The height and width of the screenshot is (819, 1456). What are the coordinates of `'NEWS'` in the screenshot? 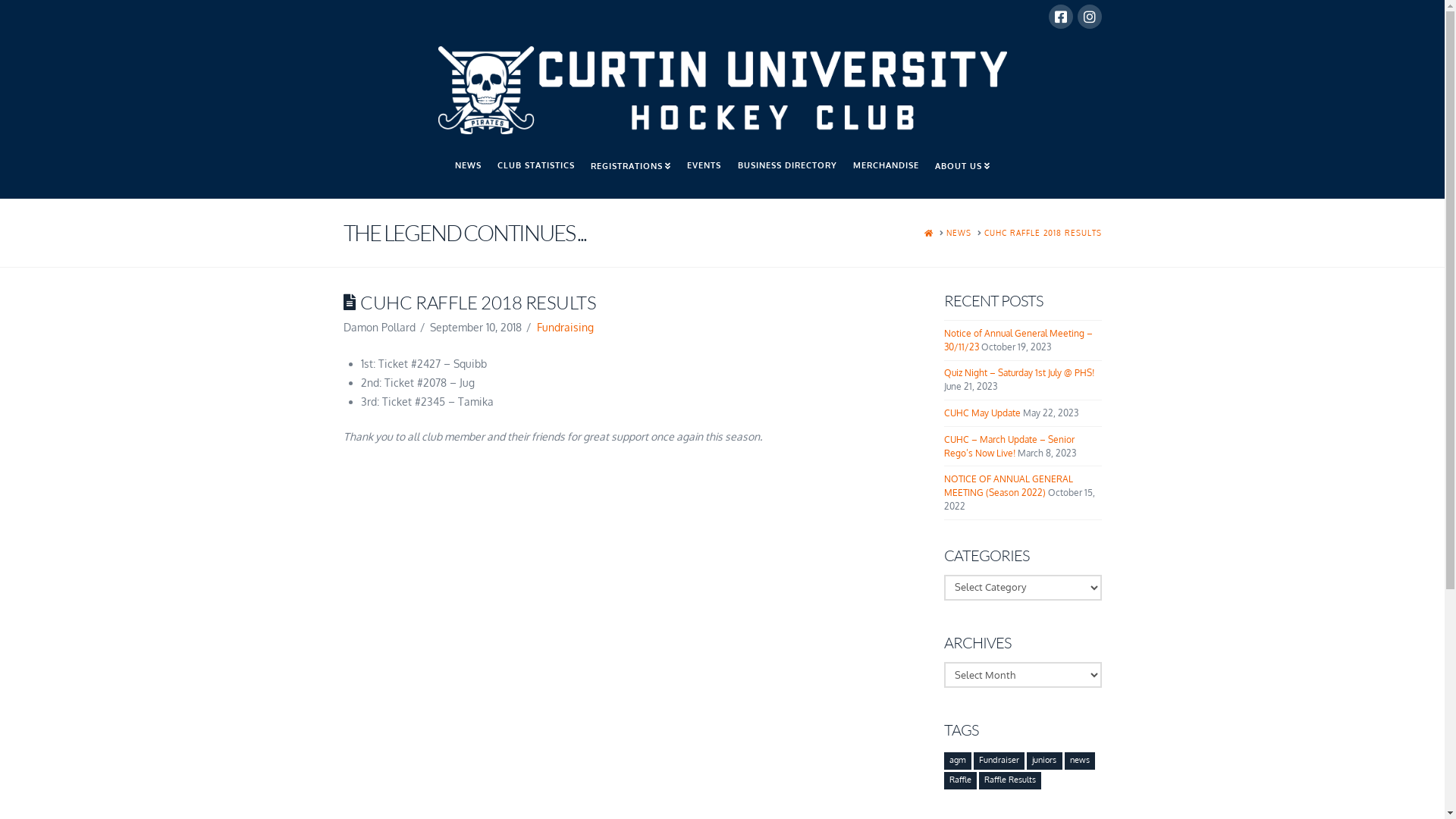 It's located at (958, 233).